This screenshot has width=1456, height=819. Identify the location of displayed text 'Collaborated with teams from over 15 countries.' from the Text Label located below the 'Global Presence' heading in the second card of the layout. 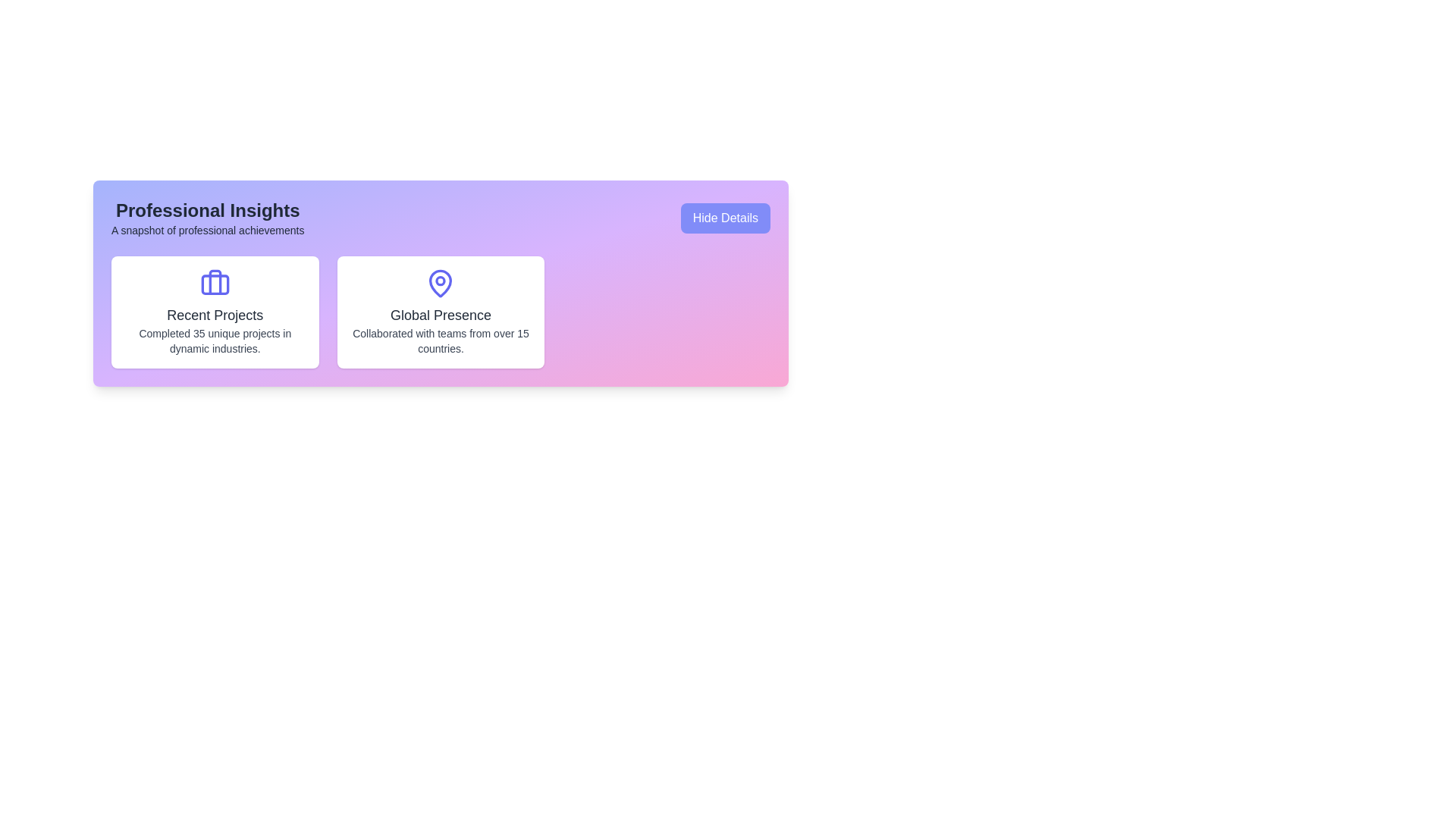
(440, 341).